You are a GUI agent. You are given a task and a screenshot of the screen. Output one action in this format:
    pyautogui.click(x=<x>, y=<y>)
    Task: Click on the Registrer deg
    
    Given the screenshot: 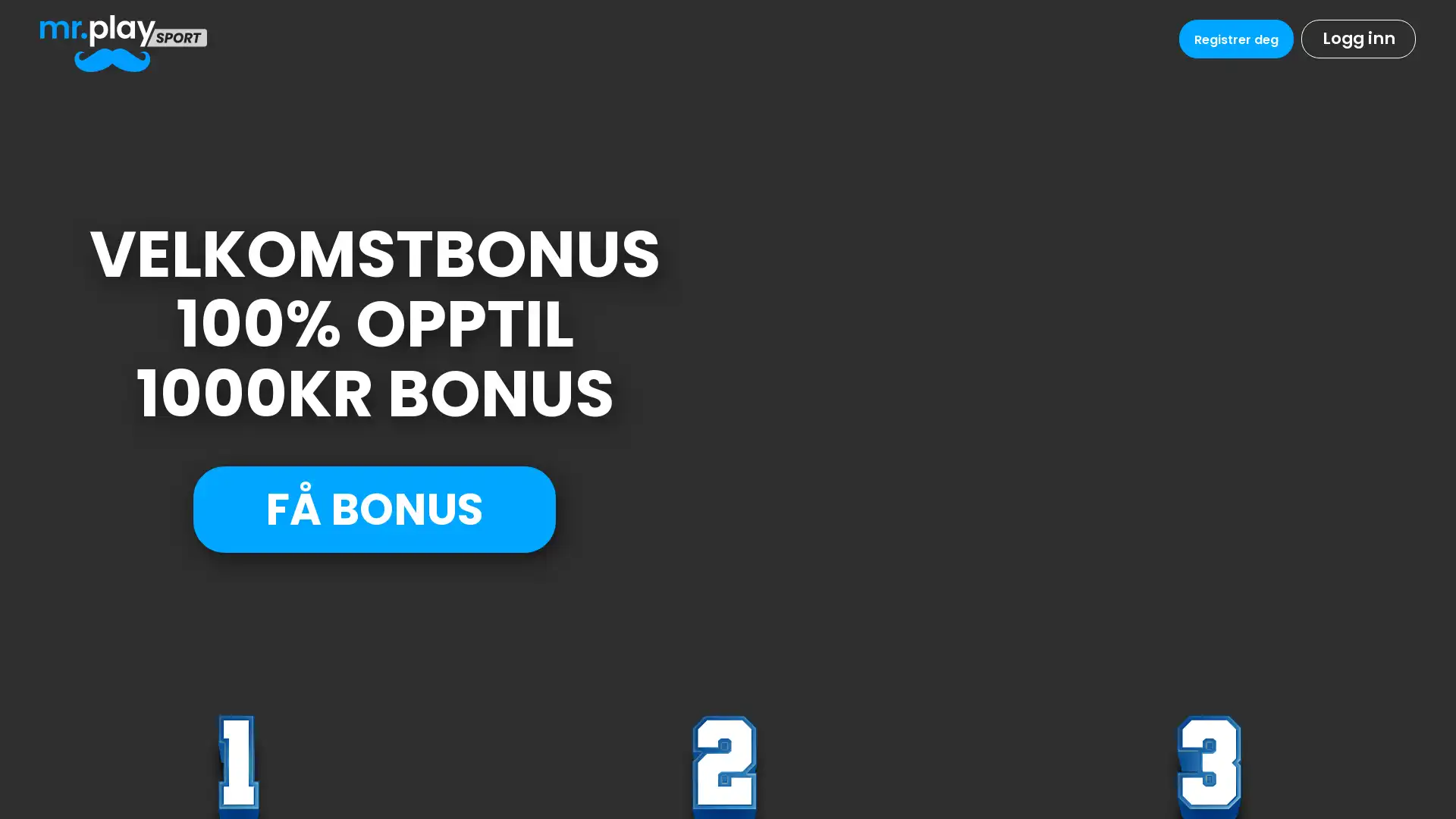 What is the action you would take?
    pyautogui.click(x=1236, y=37)
    